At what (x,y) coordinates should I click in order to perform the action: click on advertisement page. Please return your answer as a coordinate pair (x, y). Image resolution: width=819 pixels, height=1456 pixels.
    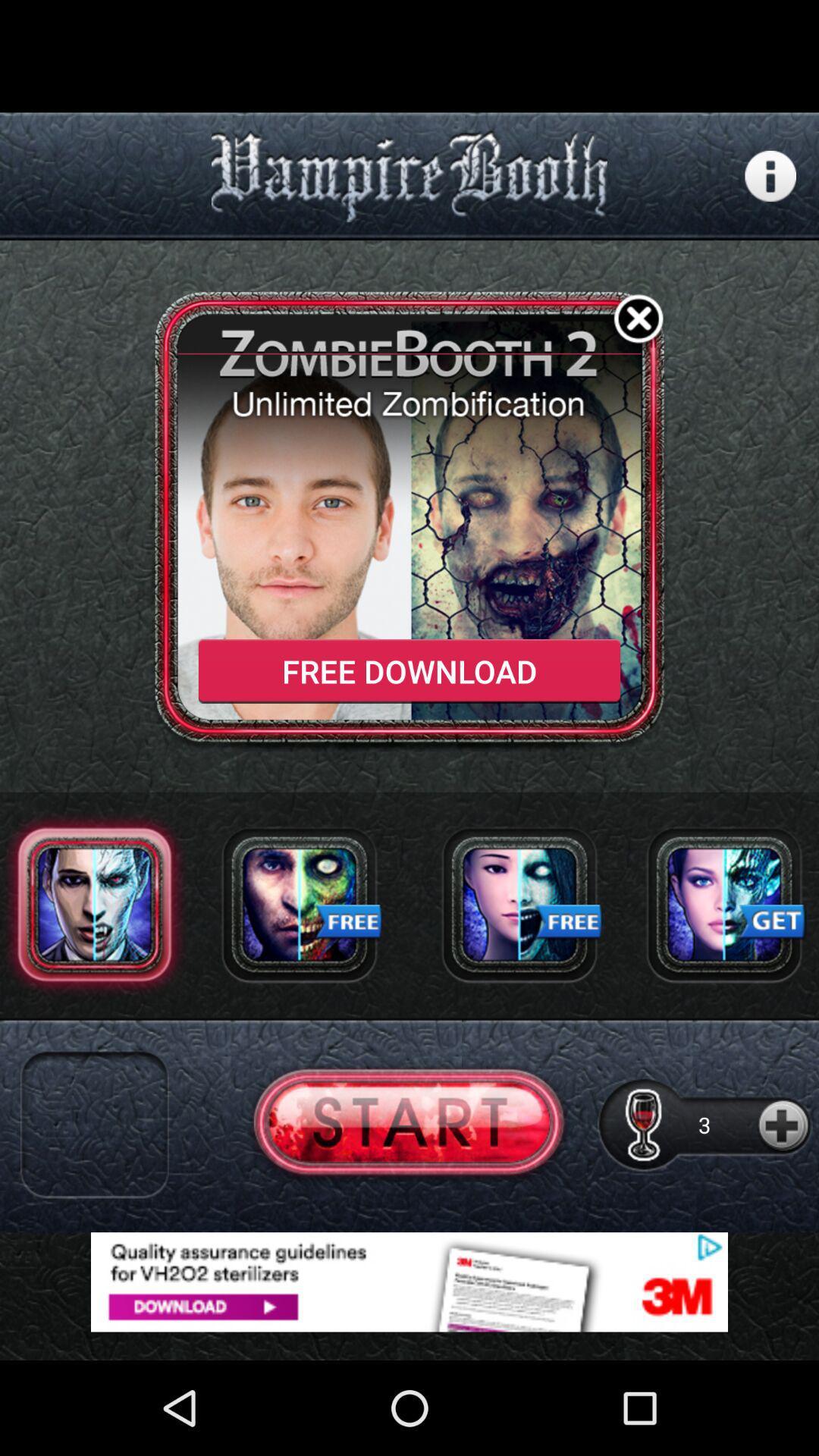
    Looking at the image, I should click on (519, 904).